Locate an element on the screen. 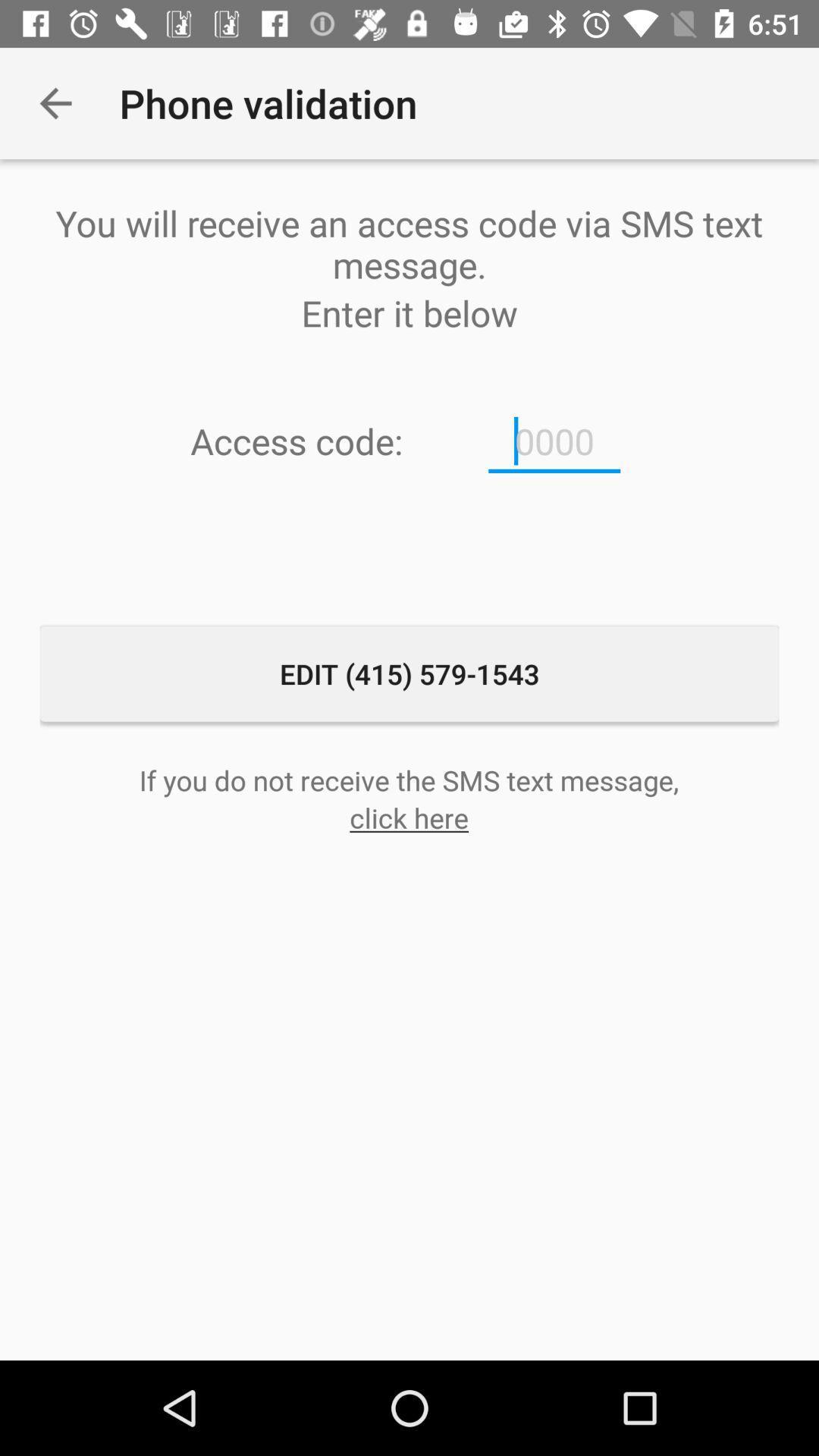  the edit 415 579 is located at coordinates (409, 673).